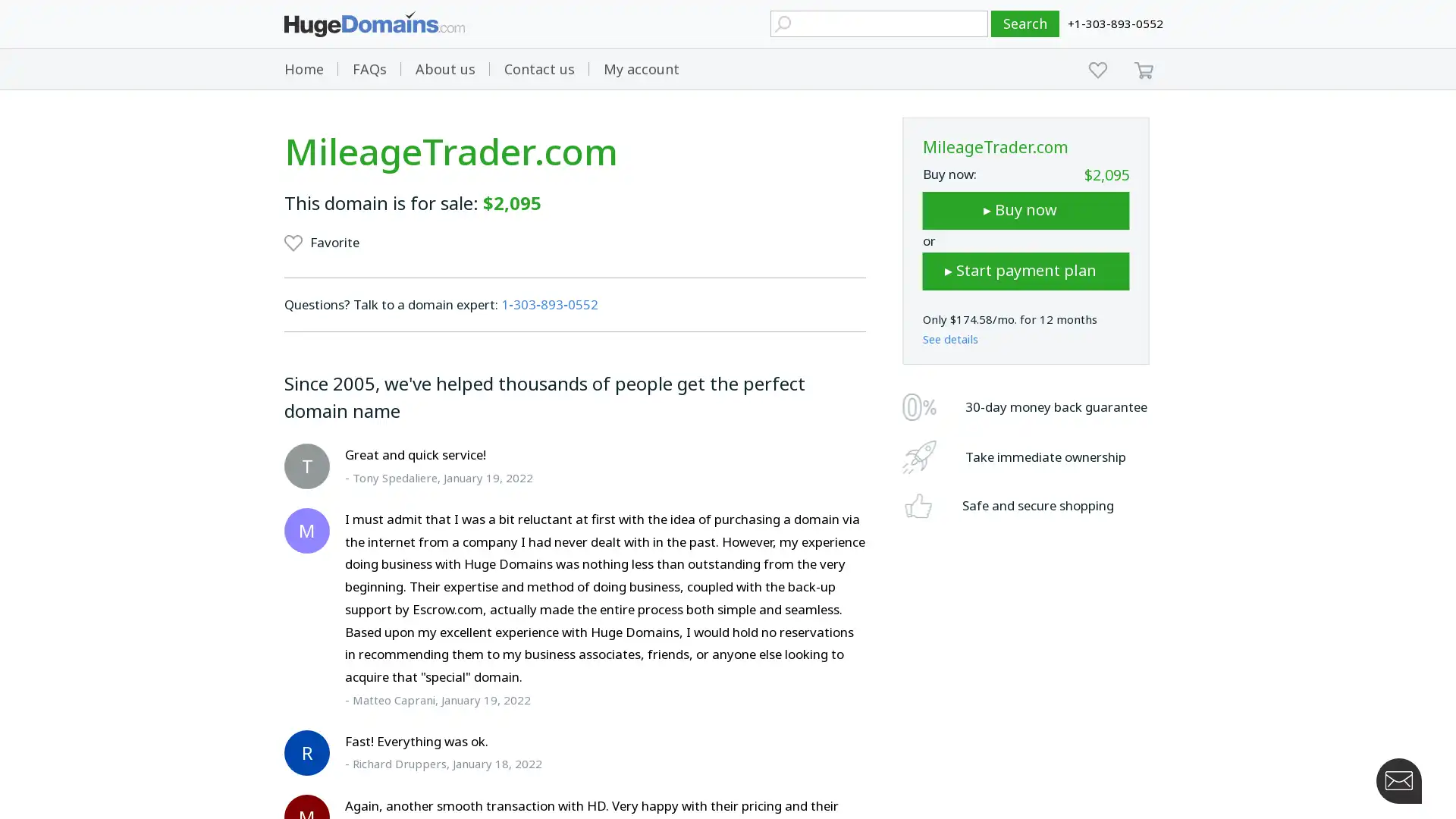  What do you see at coordinates (1025, 24) in the screenshot?
I see `Search` at bounding box center [1025, 24].